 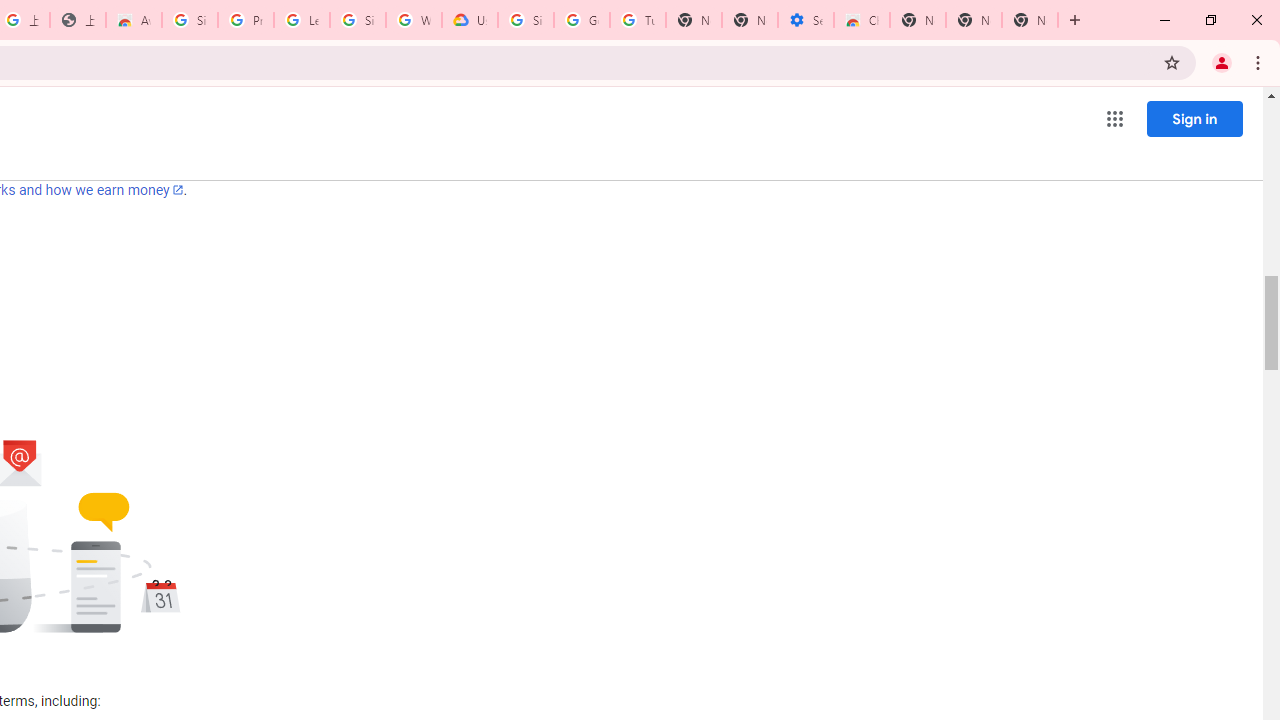 What do you see at coordinates (1074, 20) in the screenshot?
I see `'New Tab'` at bounding box center [1074, 20].